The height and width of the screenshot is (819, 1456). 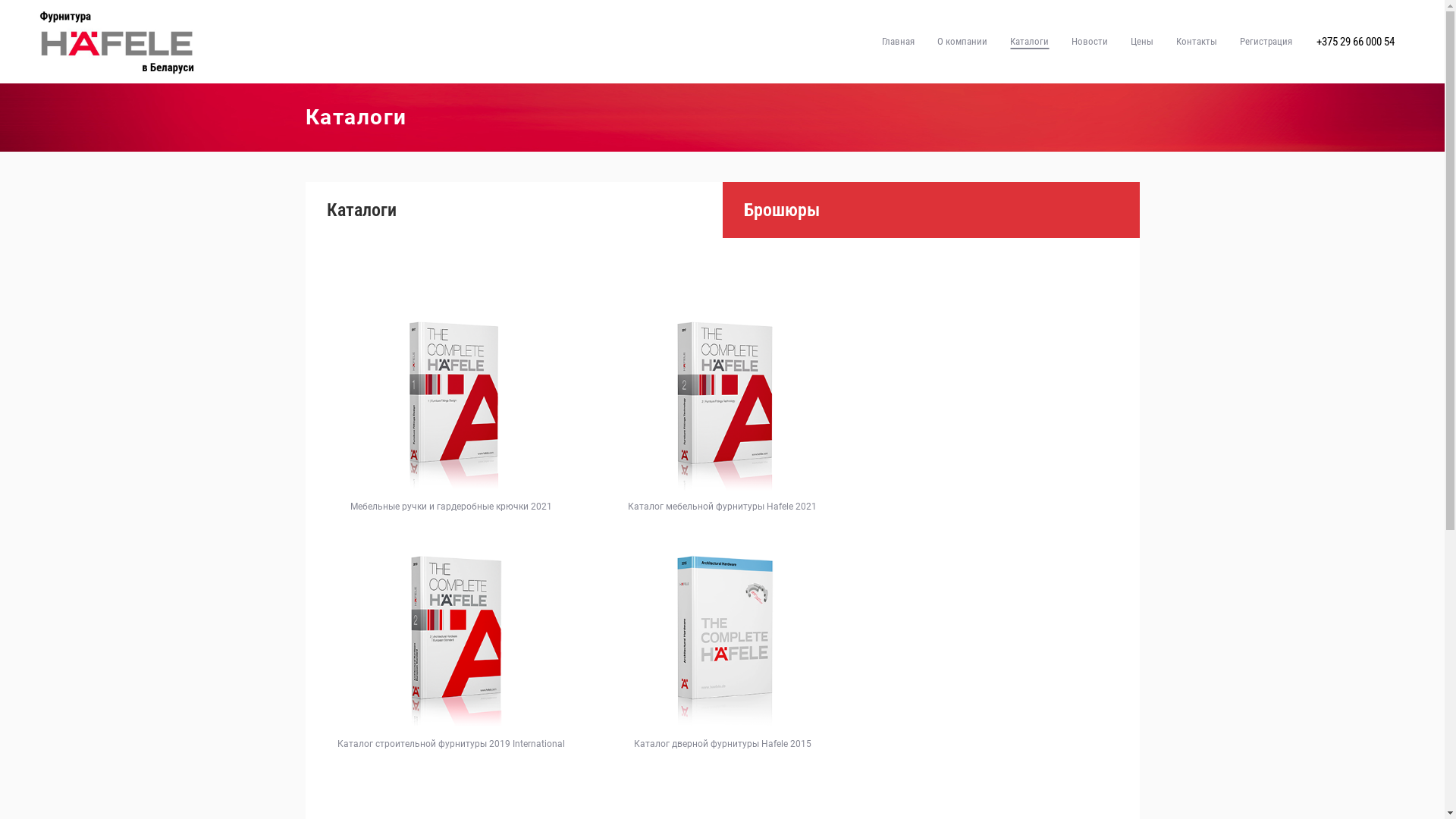 What do you see at coordinates (1316, 40) in the screenshot?
I see `'+375 29 66 000 54'` at bounding box center [1316, 40].